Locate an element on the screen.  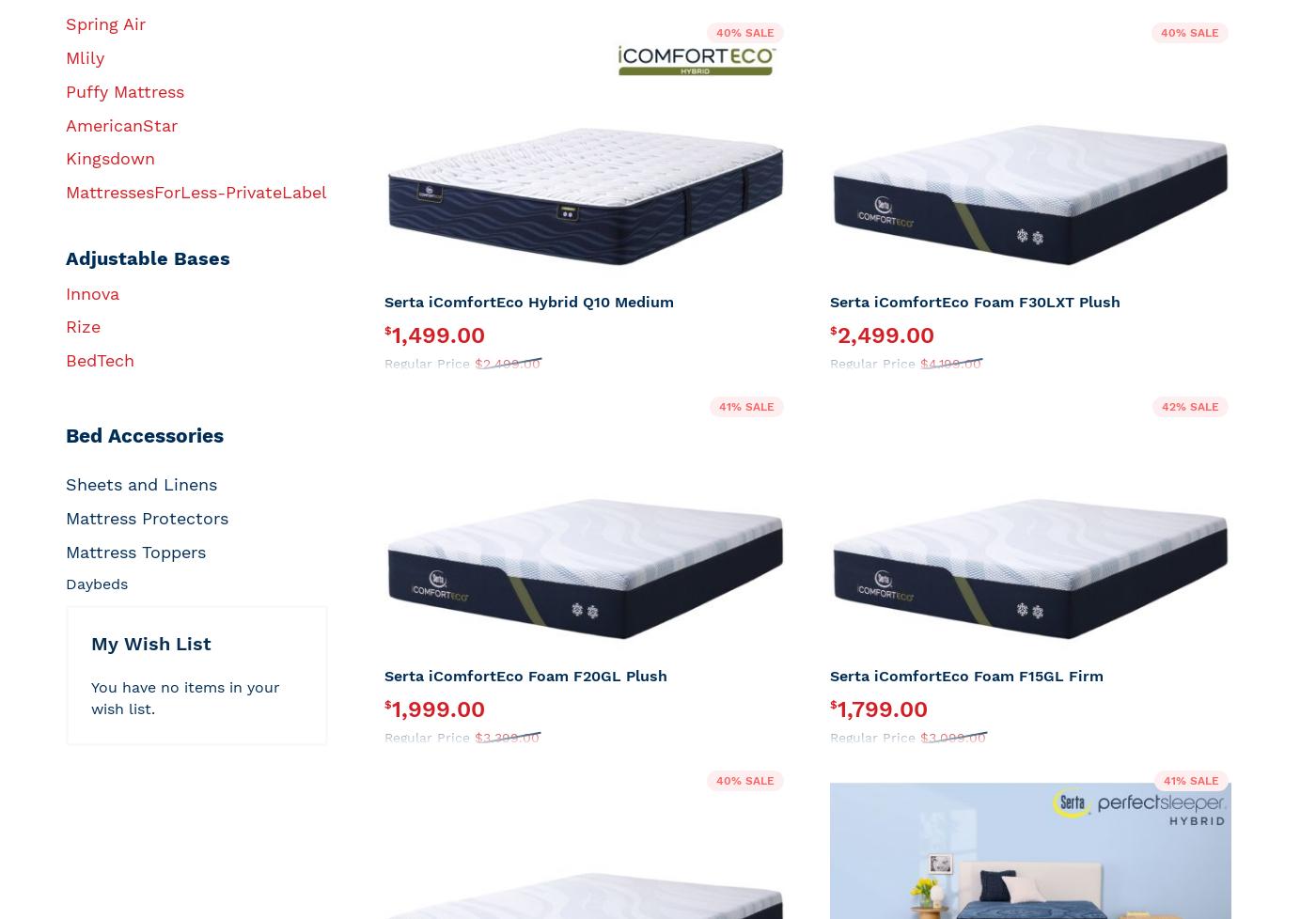
'4,199.00' is located at coordinates (928, 362).